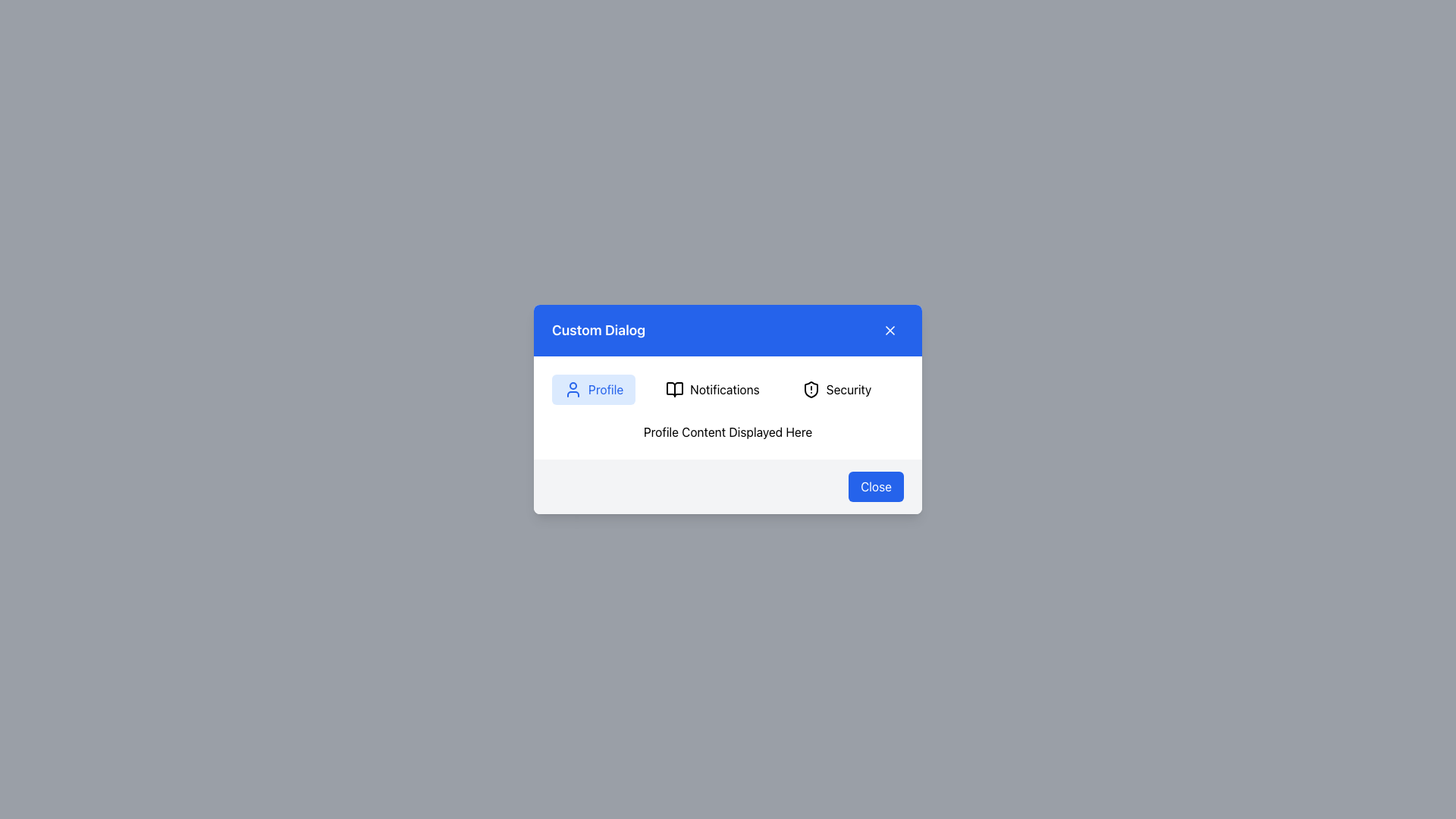  Describe the element at coordinates (836, 388) in the screenshot. I see `the security settings navigation button located in the third position of the horizontal navigation row` at that location.